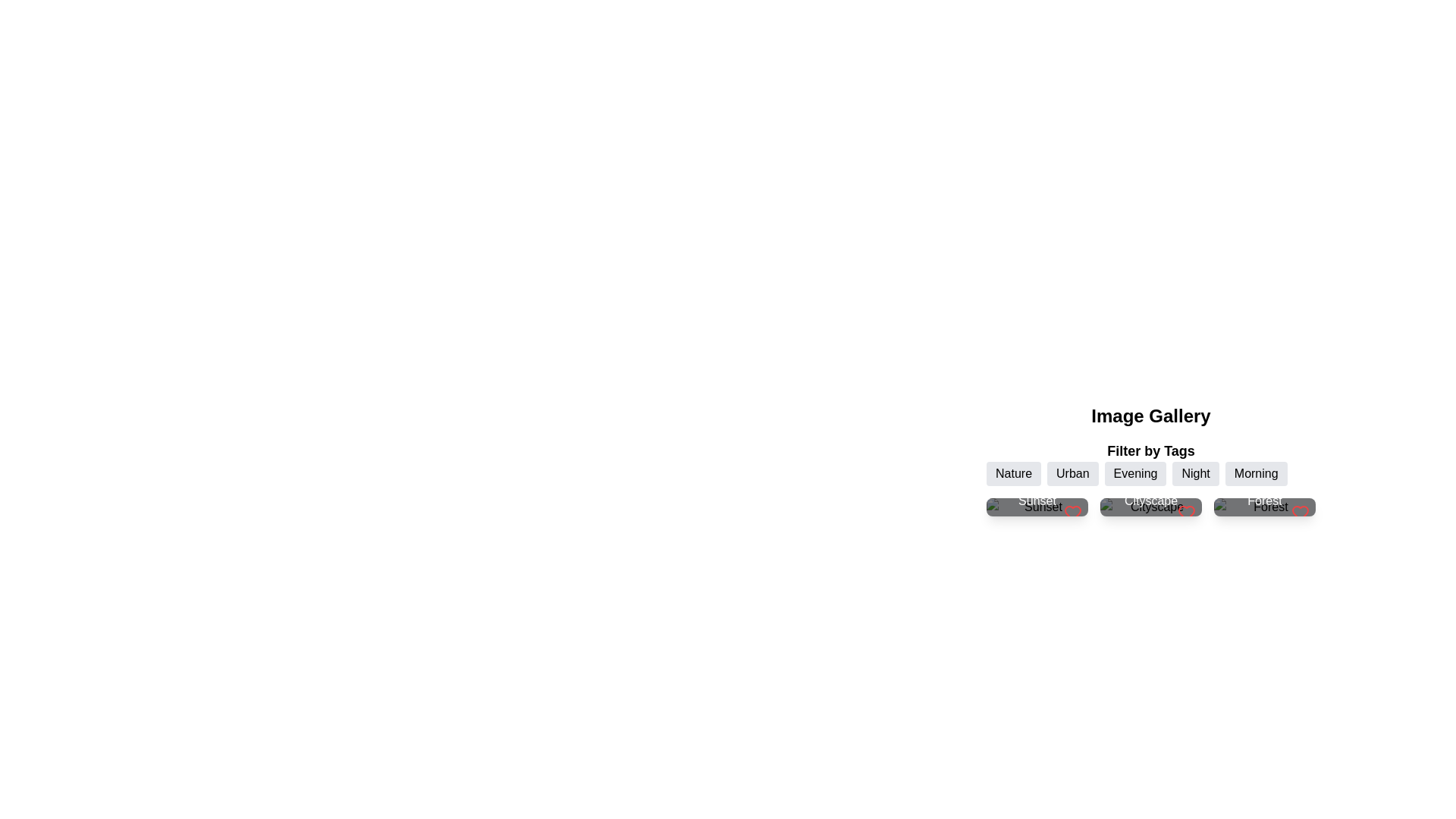  What do you see at coordinates (1265, 500) in the screenshot?
I see `the text label reading 'Forest' which is styled with a black semi-transparent background, located at the bottom-left corner of the last image card in the 'Image Gallery' section` at bounding box center [1265, 500].